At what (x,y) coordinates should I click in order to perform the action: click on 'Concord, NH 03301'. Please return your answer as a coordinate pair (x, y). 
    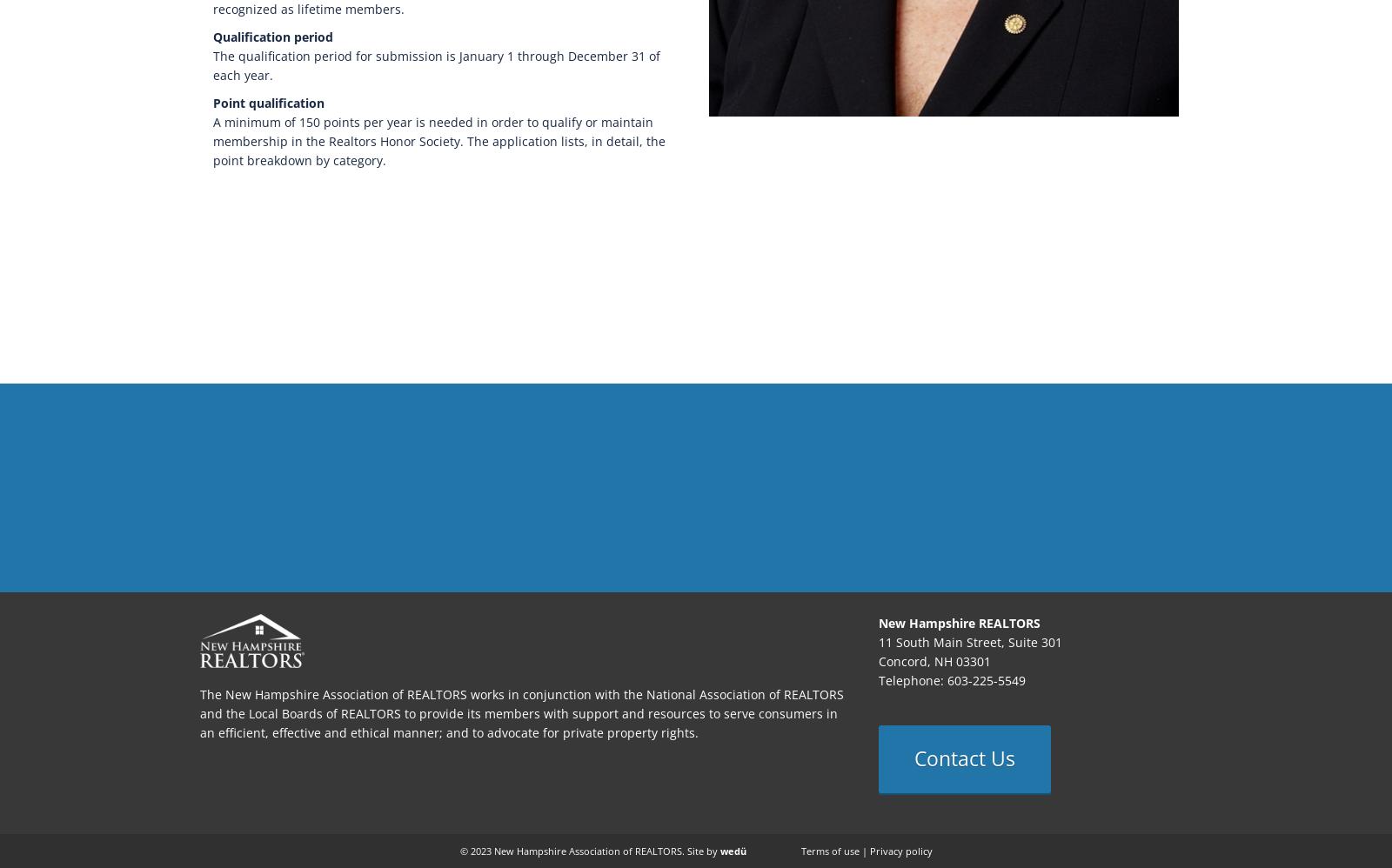
    Looking at the image, I should click on (934, 660).